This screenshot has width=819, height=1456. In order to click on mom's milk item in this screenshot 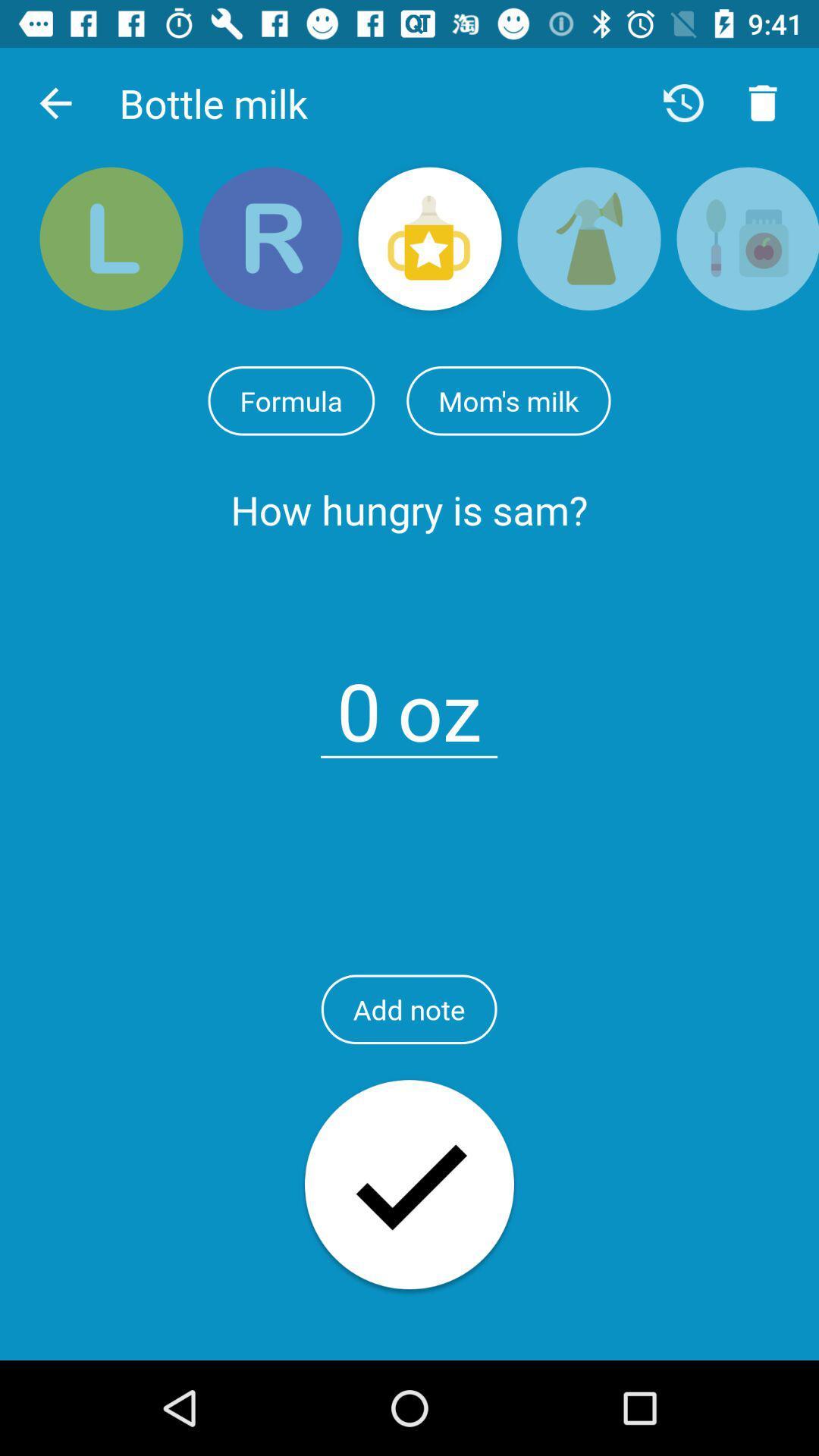, I will do `click(508, 400)`.